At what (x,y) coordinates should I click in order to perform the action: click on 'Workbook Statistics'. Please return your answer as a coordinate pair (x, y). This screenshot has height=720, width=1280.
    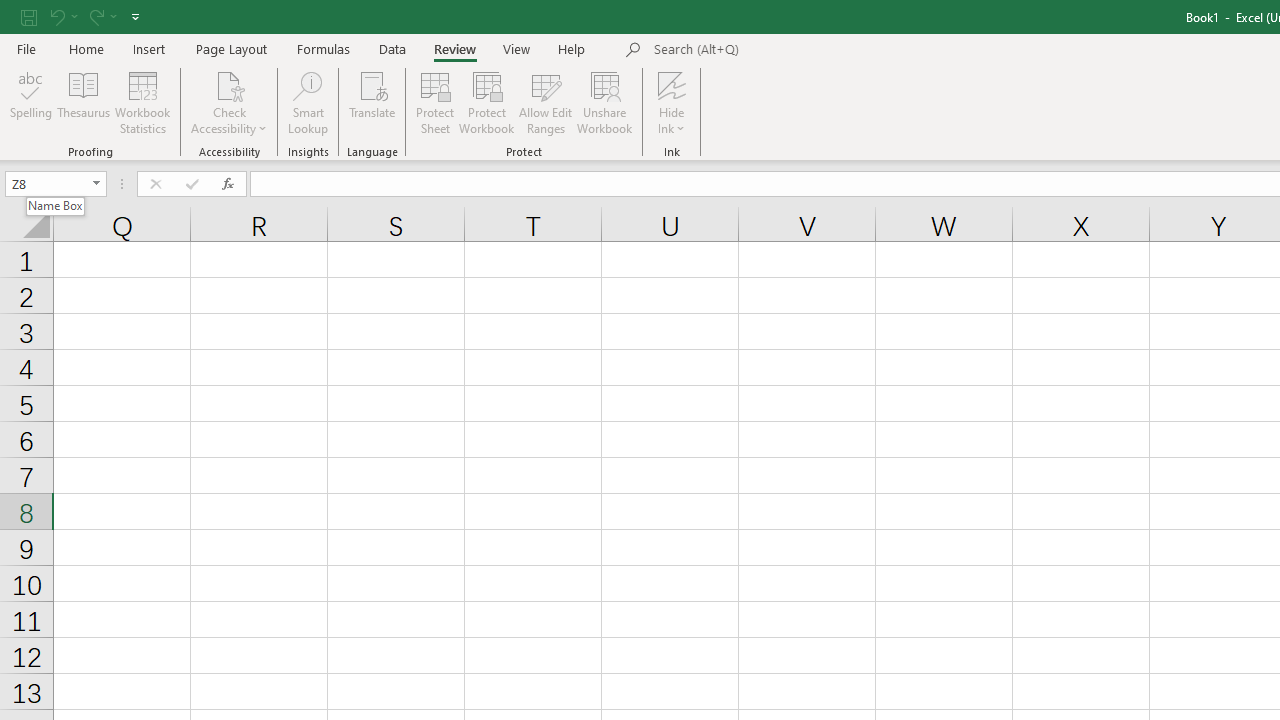
    Looking at the image, I should click on (141, 103).